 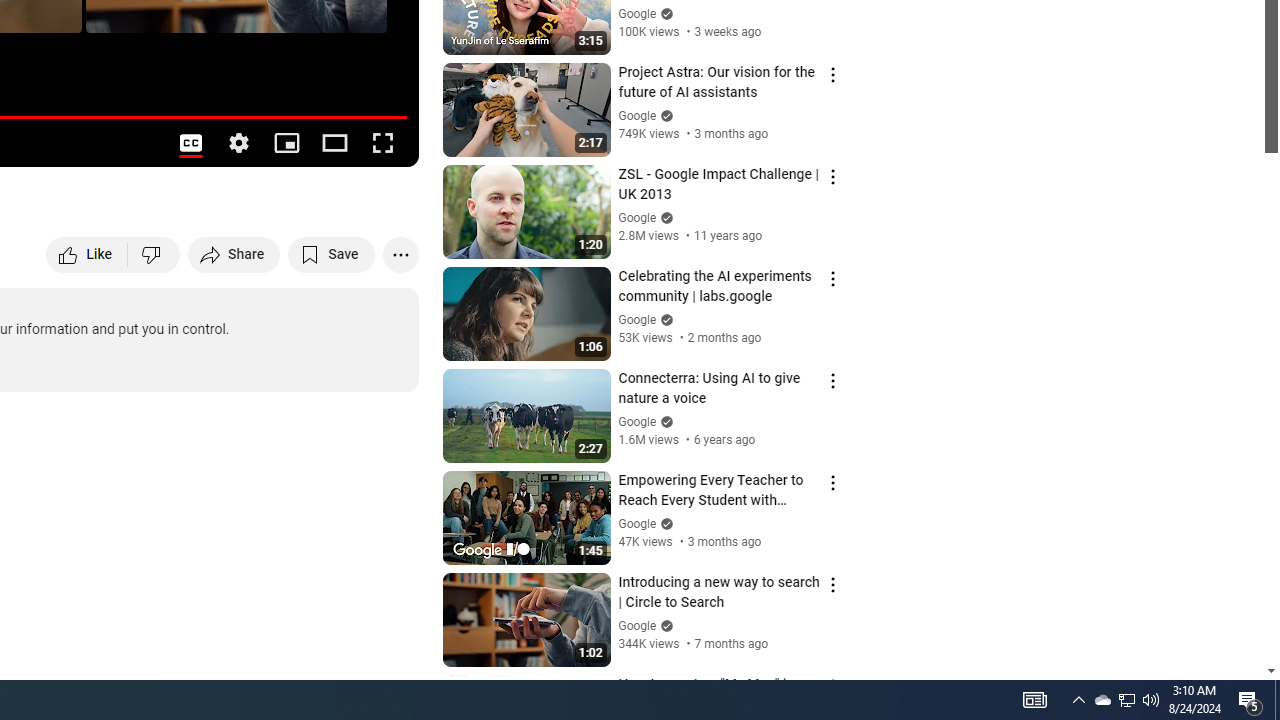 I want to click on 'More actions', so click(x=400, y=253).